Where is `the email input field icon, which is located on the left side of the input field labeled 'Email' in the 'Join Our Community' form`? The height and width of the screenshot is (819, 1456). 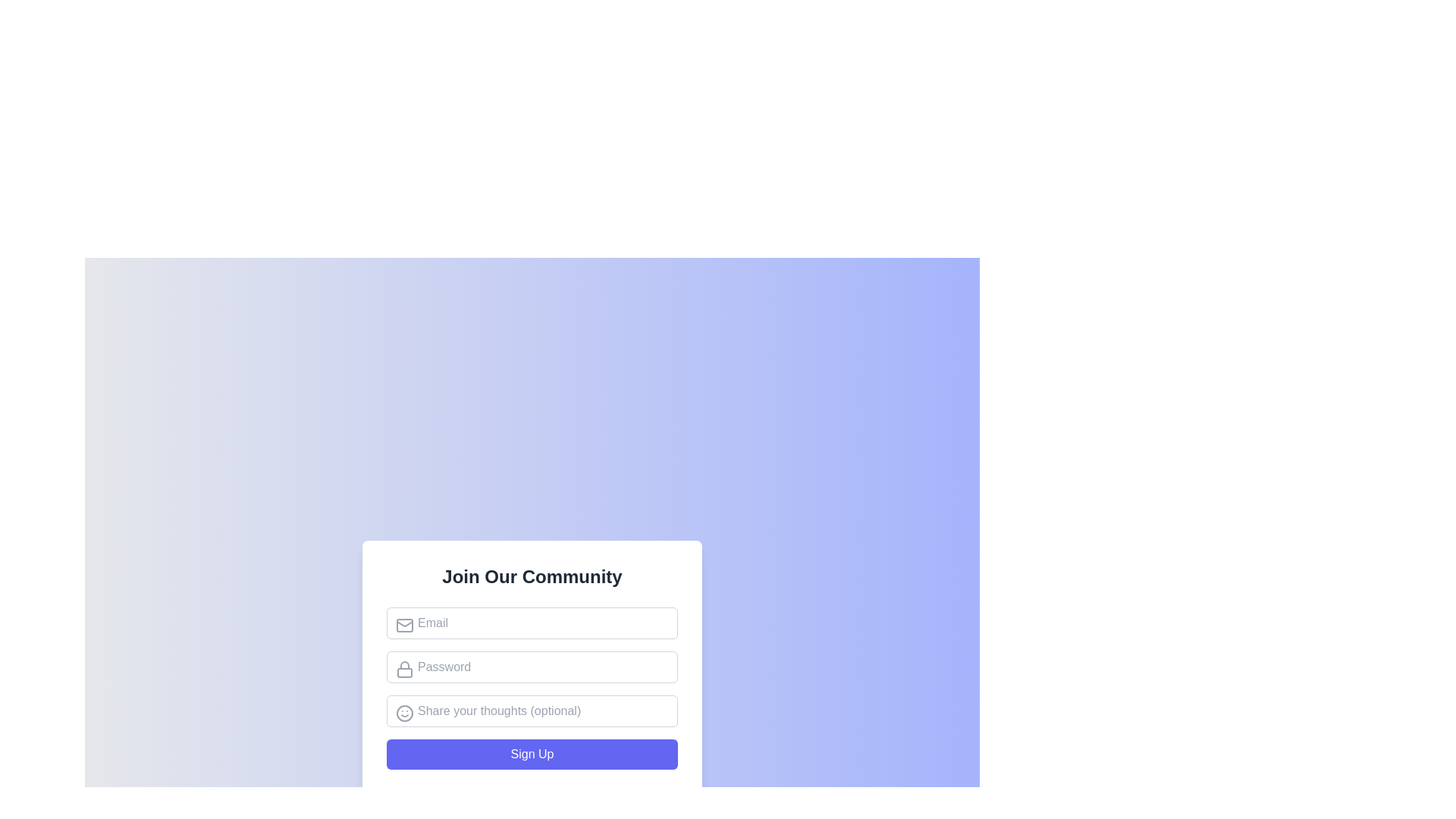 the email input field icon, which is located on the left side of the input field labeled 'Email' in the 'Join Our Community' form is located at coordinates (404, 626).